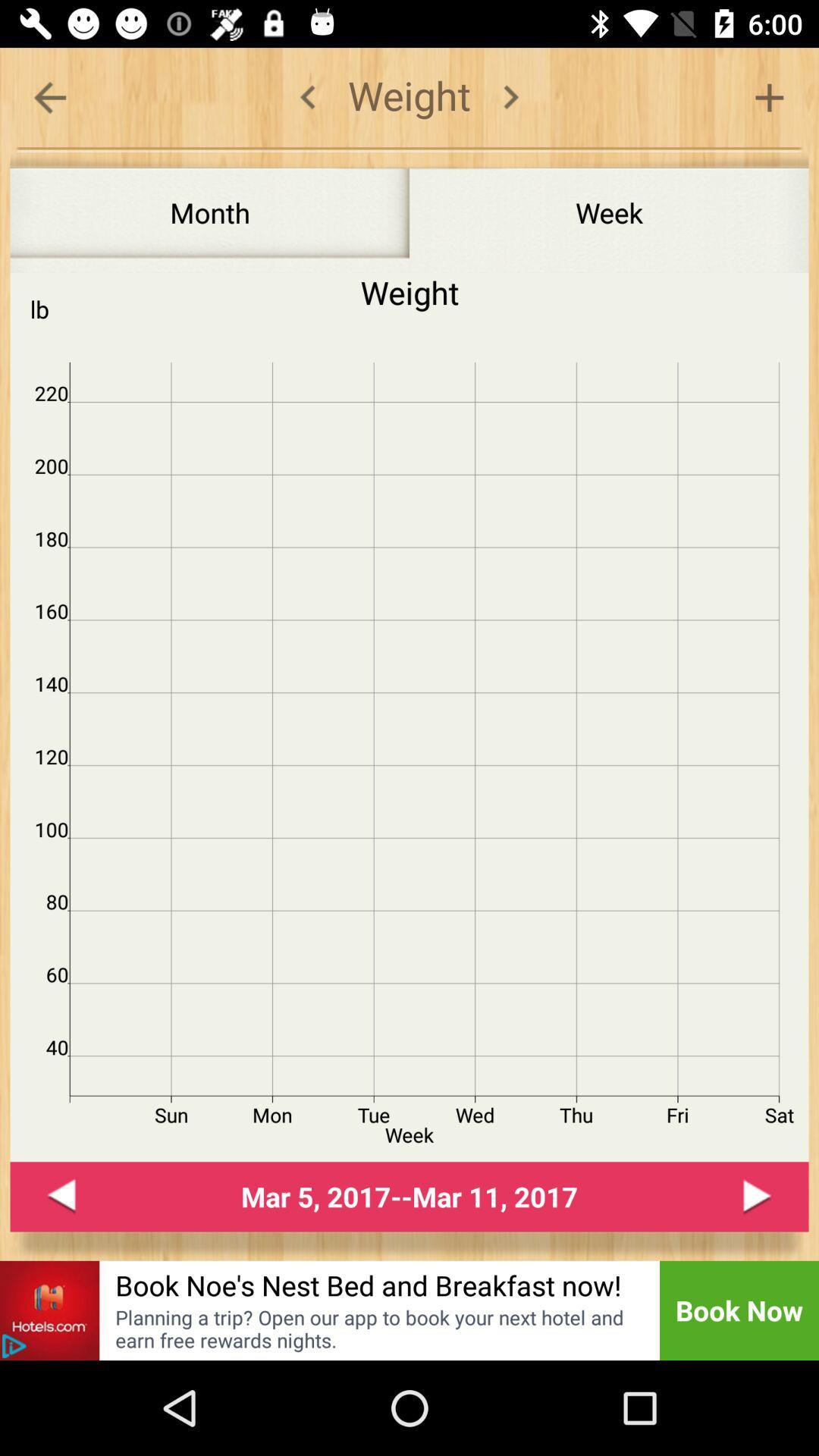 The height and width of the screenshot is (1456, 819). Describe the element at coordinates (769, 96) in the screenshot. I see `something` at that location.